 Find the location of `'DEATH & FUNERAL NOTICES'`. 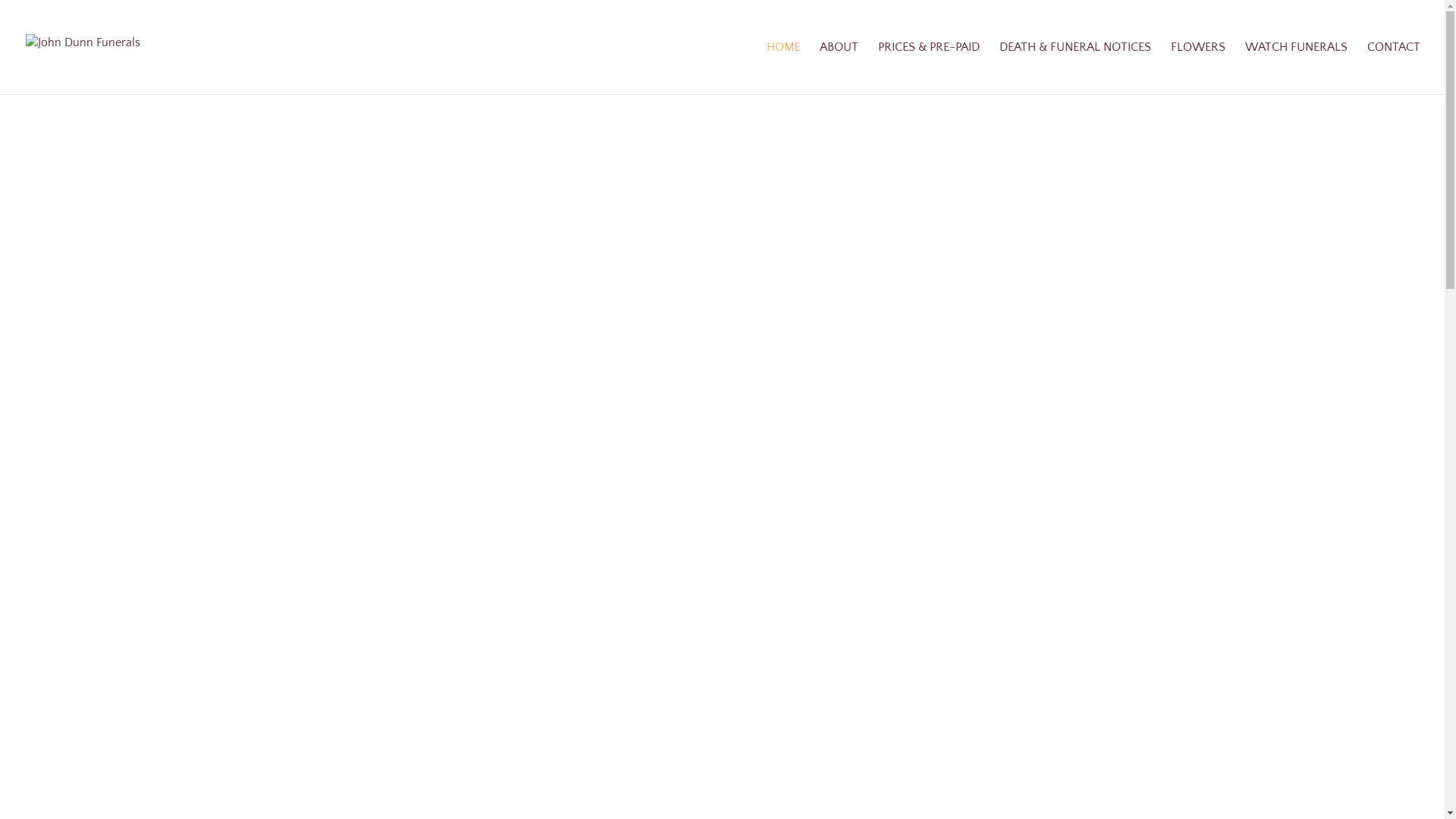

'DEATH & FUNERAL NOTICES' is located at coordinates (1074, 67).